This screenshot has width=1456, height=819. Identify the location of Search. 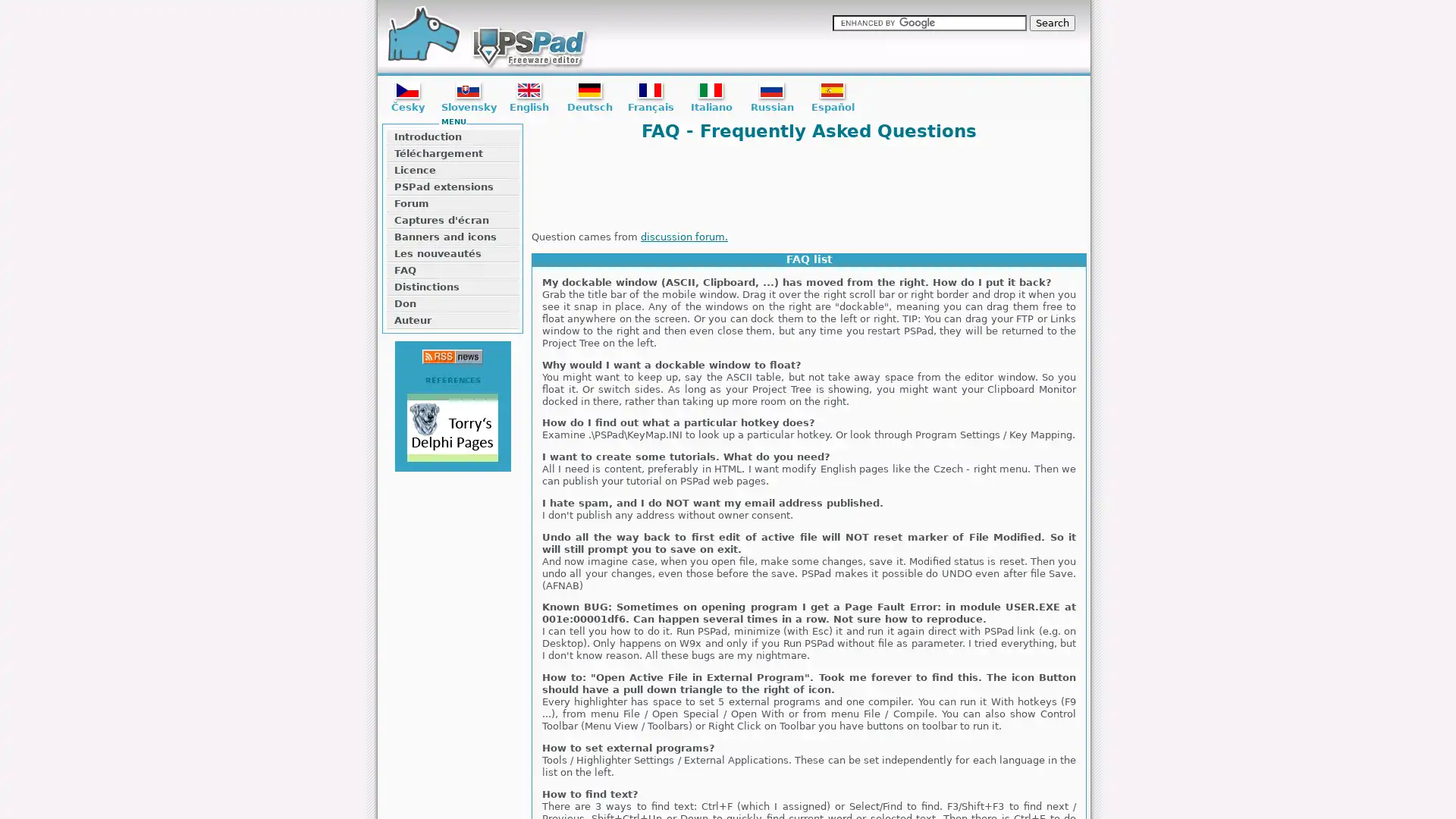
(1051, 23).